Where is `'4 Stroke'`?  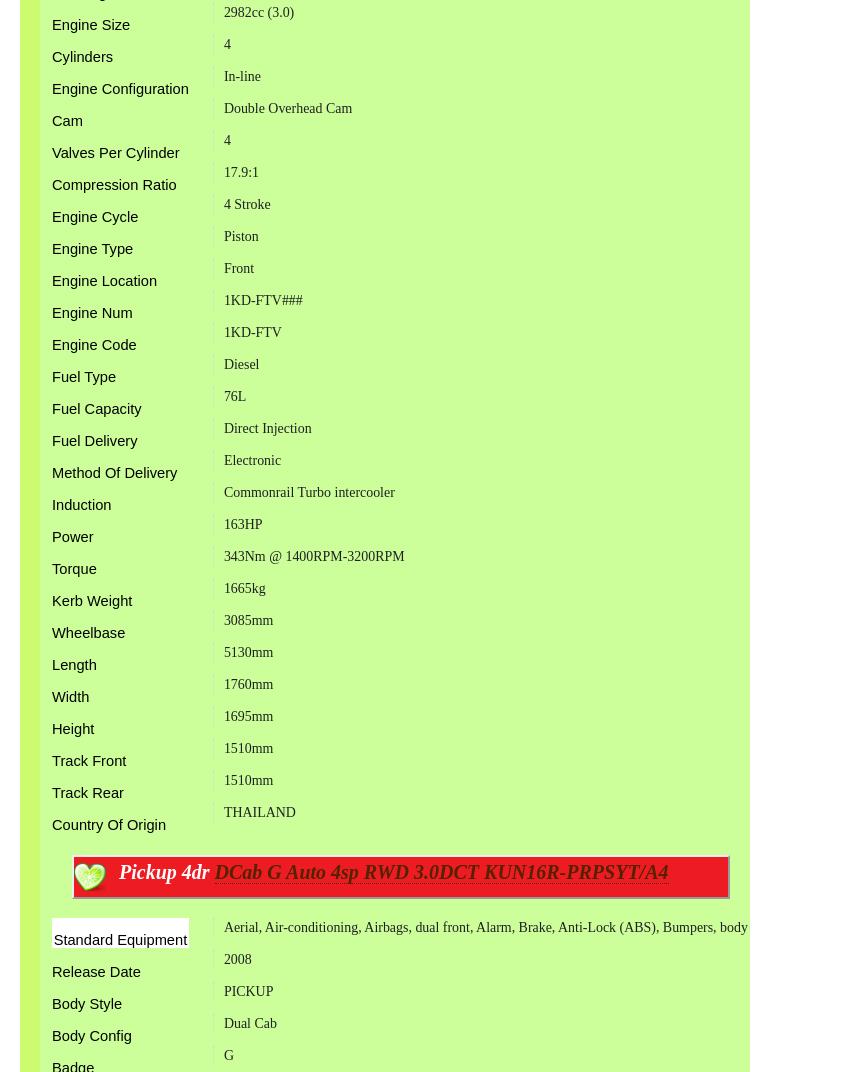 '4 Stroke' is located at coordinates (245, 204).